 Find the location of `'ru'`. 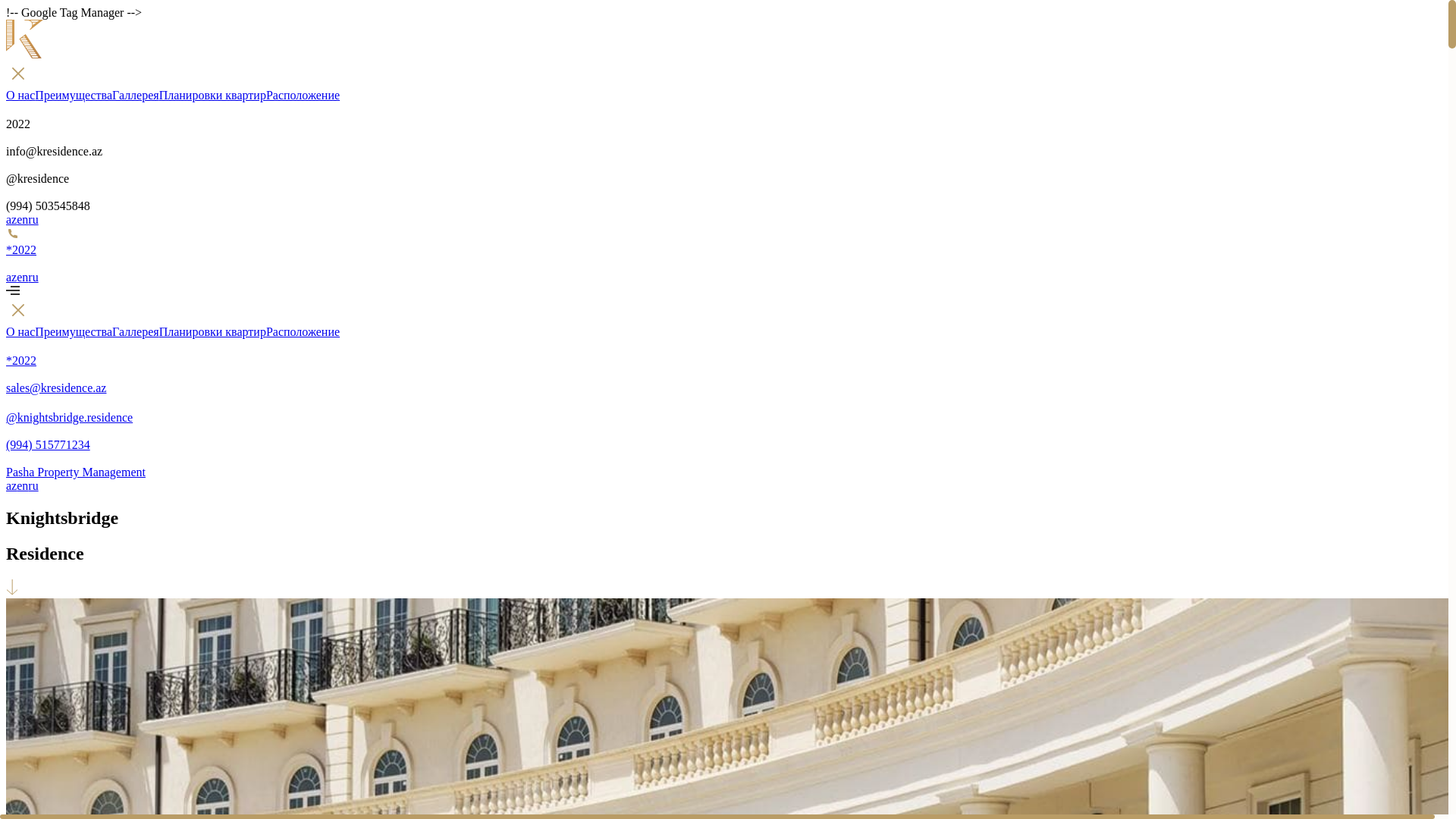

'ru' is located at coordinates (33, 485).